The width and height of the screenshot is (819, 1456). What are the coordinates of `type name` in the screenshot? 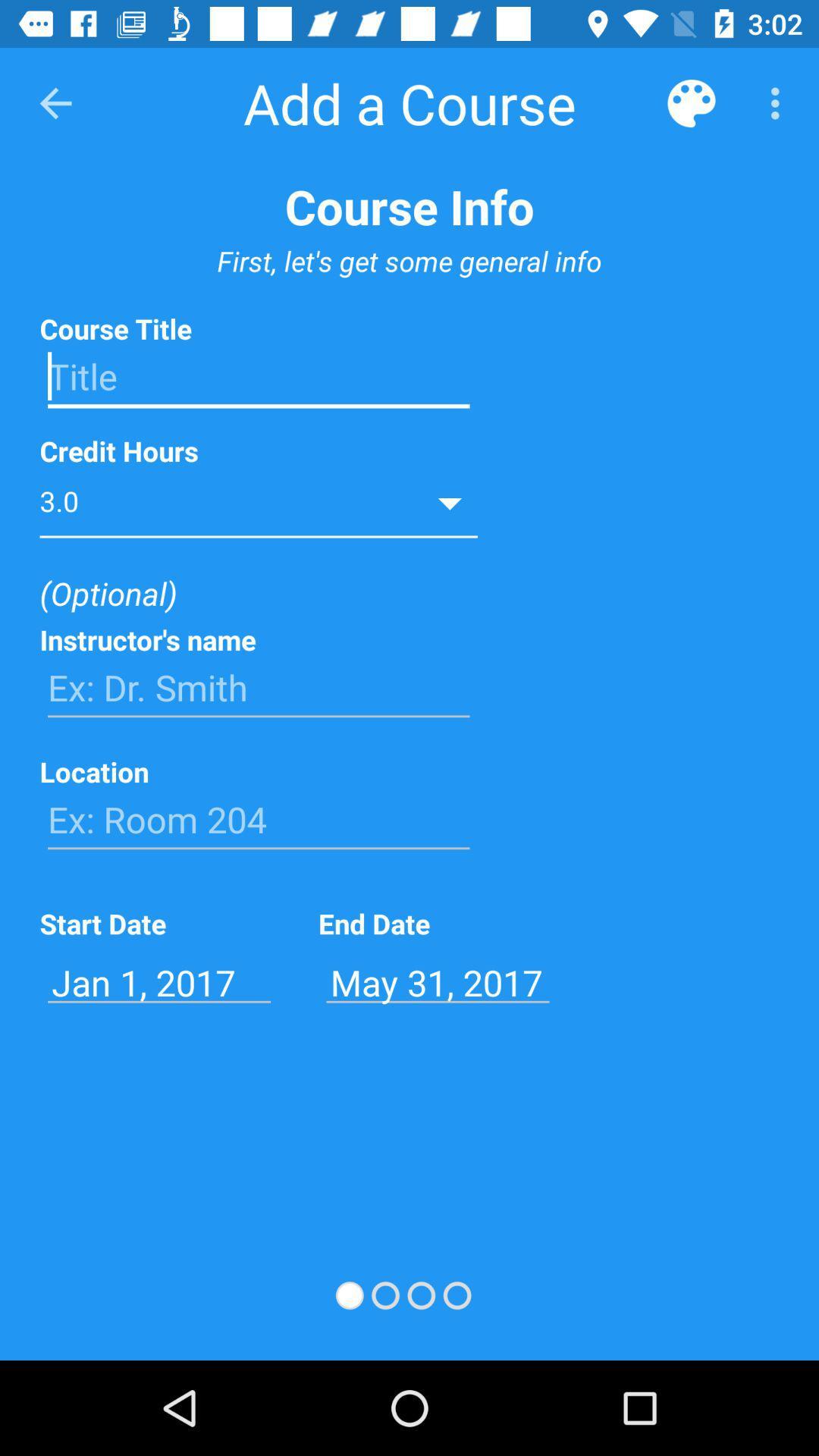 It's located at (258, 687).